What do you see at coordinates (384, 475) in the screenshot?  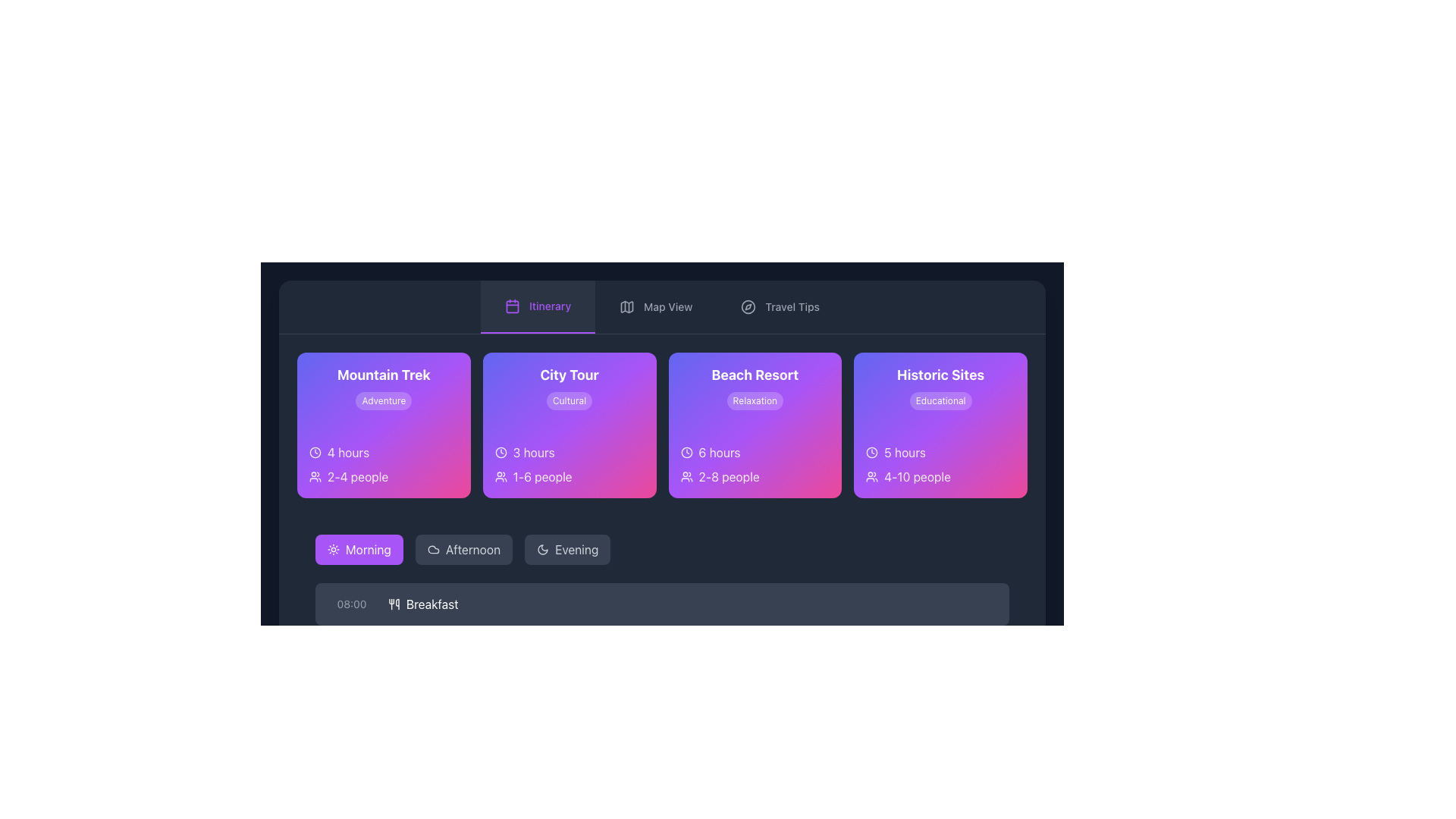 I see `the icon associated with the text label indicating the recommended number of participants for the 'Mountain Trek' activity, located in the lower section of the first card` at bounding box center [384, 475].